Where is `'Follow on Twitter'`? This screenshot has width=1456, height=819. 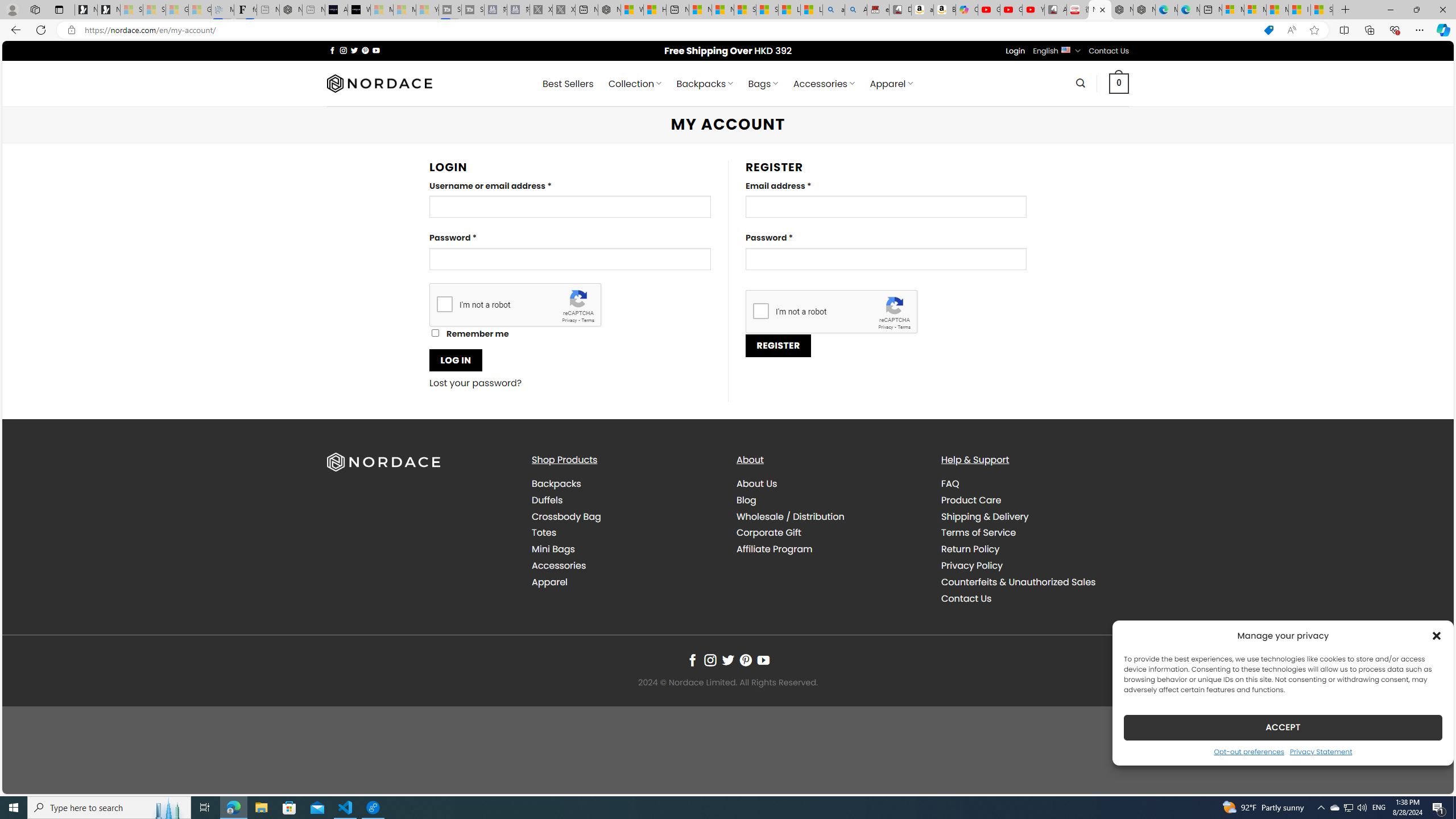 'Follow on Twitter' is located at coordinates (728, 660).